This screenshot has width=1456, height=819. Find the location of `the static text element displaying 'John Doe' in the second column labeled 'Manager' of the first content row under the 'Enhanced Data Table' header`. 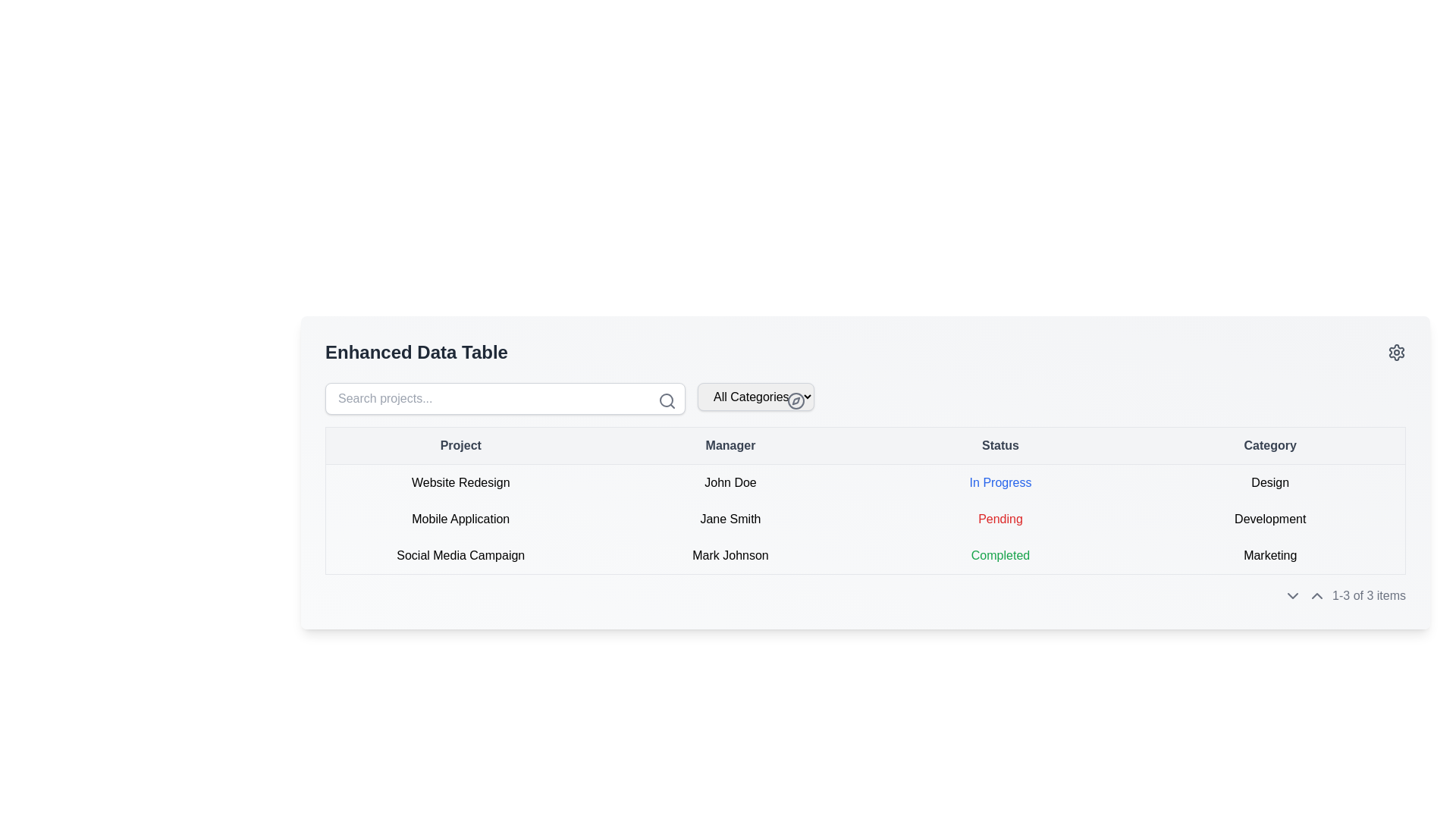

the static text element displaying 'John Doe' in the second column labeled 'Manager' of the first content row under the 'Enhanced Data Table' header is located at coordinates (730, 482).